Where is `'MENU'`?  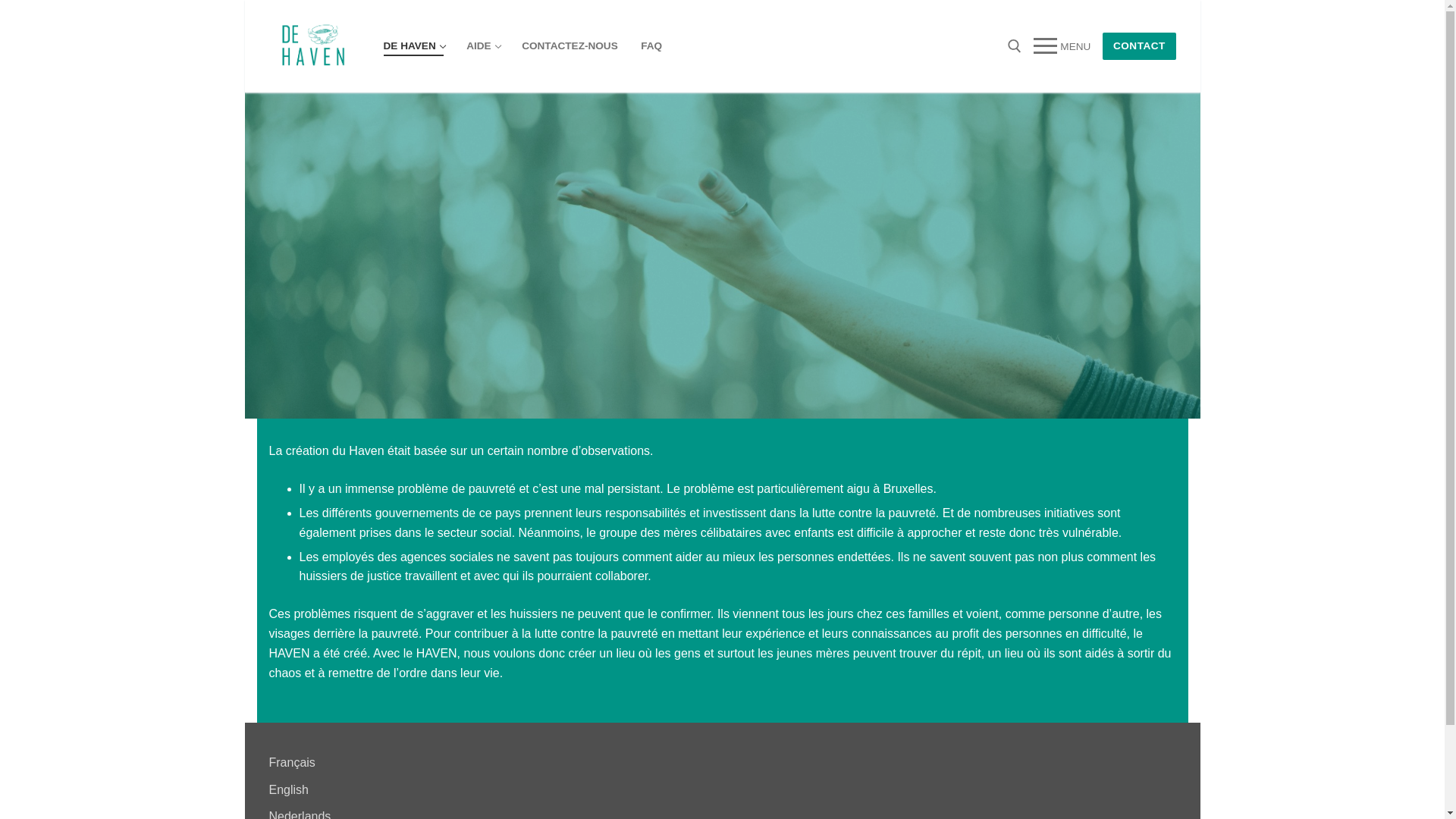 'MENU' is located at coordinates (1061, 45).